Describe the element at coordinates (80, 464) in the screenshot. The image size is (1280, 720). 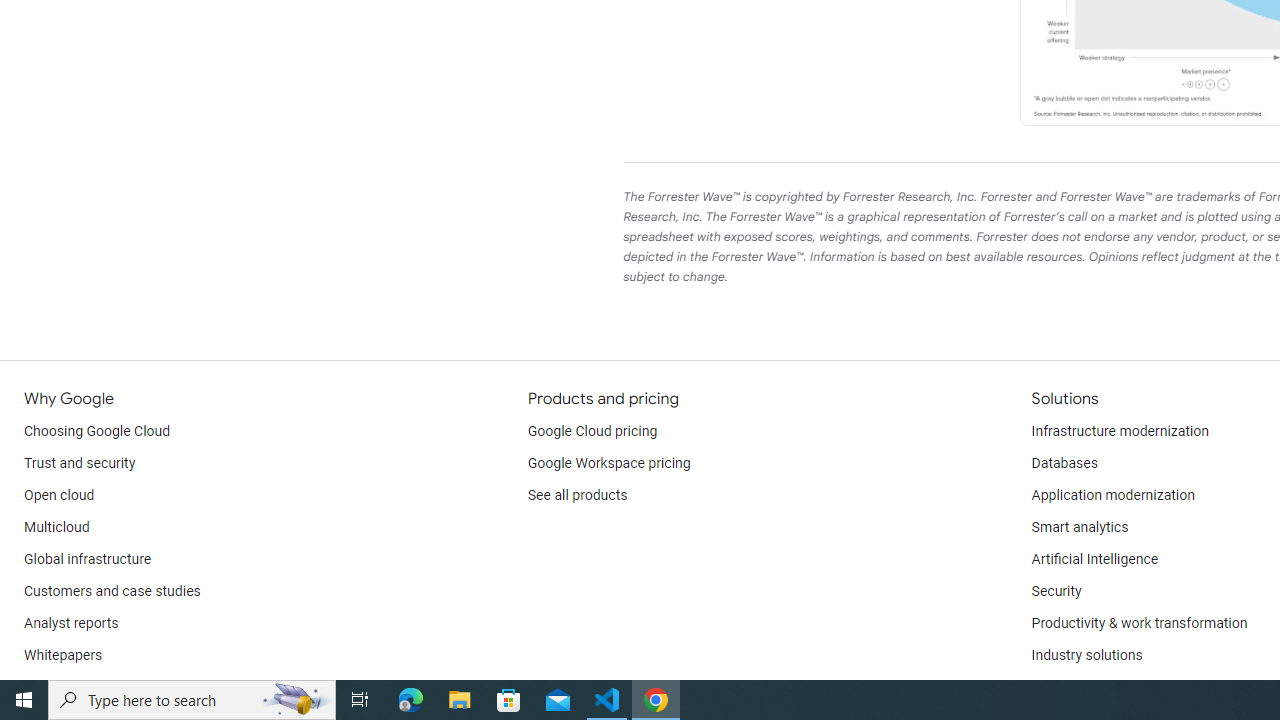
I see `'Trust and security'` at that location.